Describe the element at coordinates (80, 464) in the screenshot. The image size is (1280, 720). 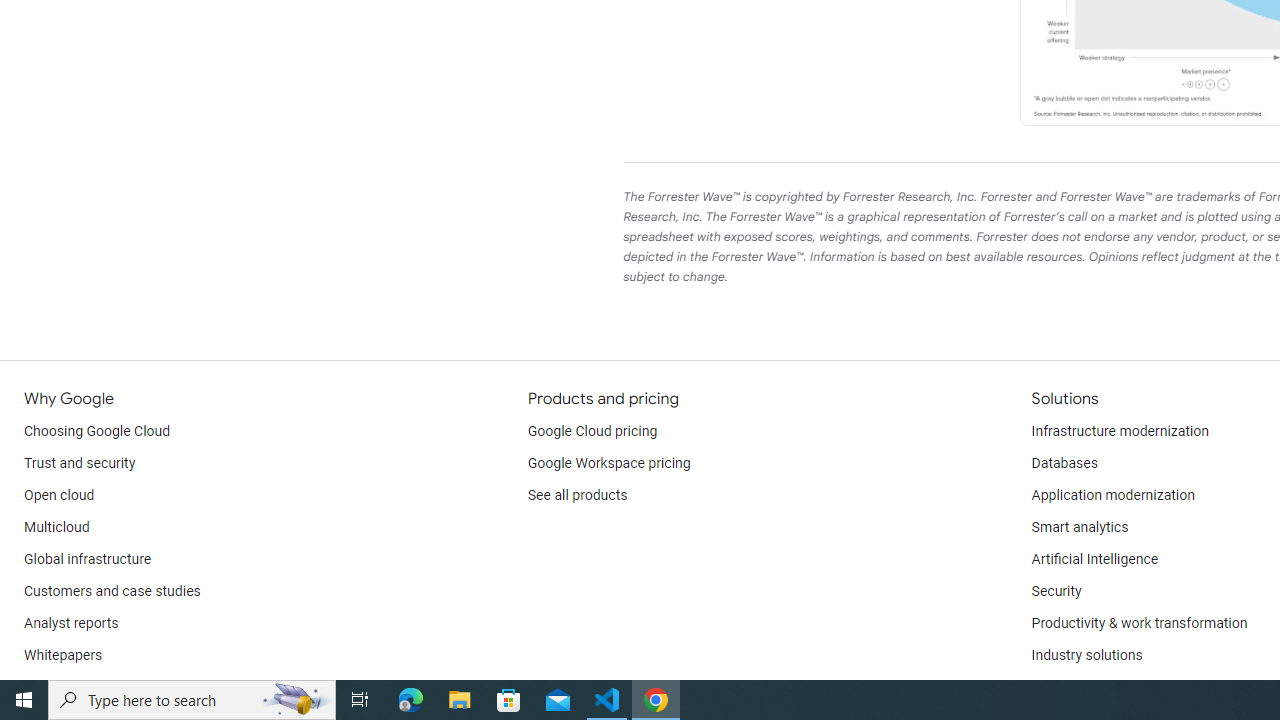
I see `'Trust and security'` at that location.